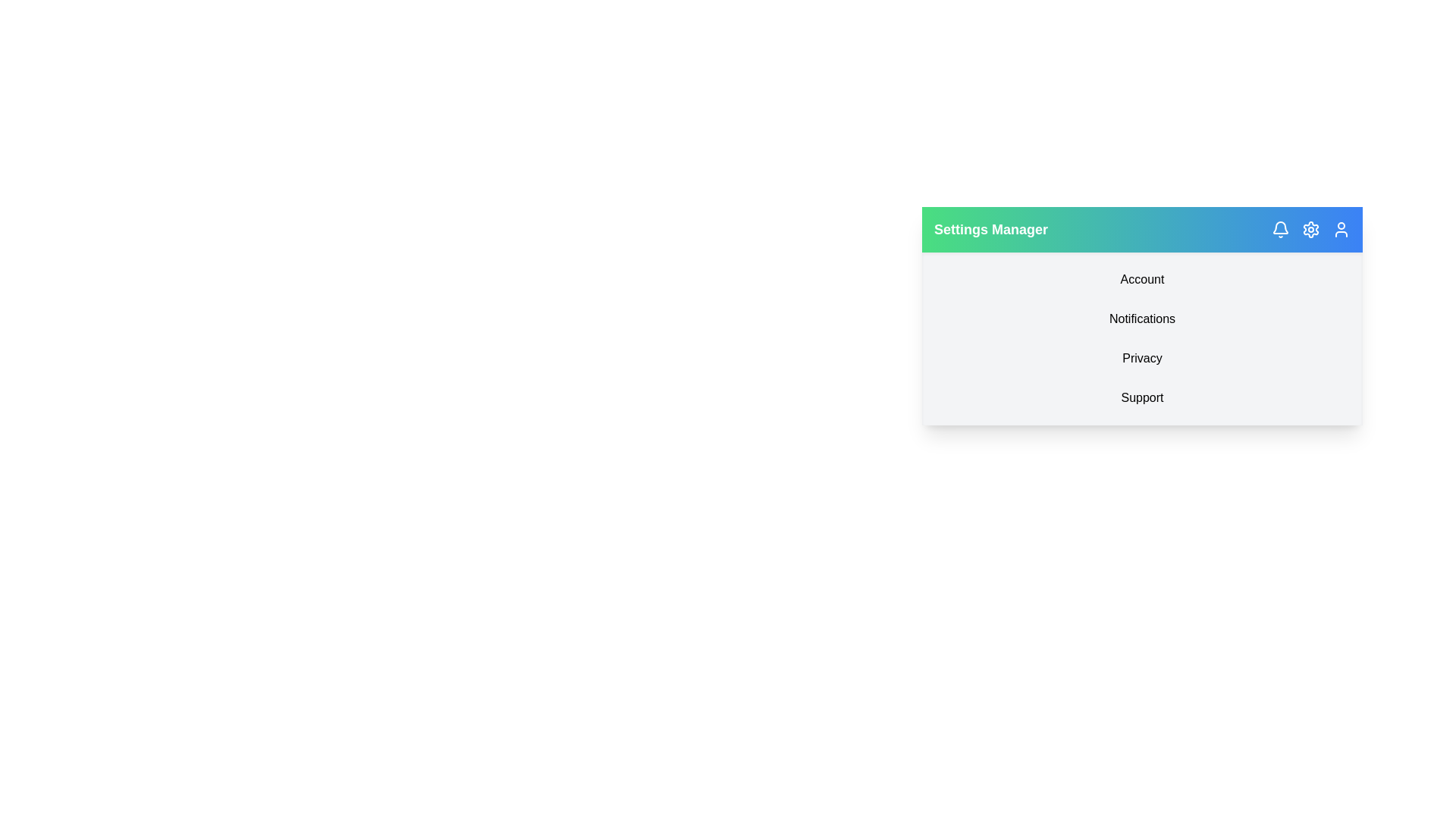 This screenshot has width=1456, height=819. What do you see at coordinates (1280, 230) in the screenshot?
I see `the notification bell icon` at bounding box center [1280, 230].